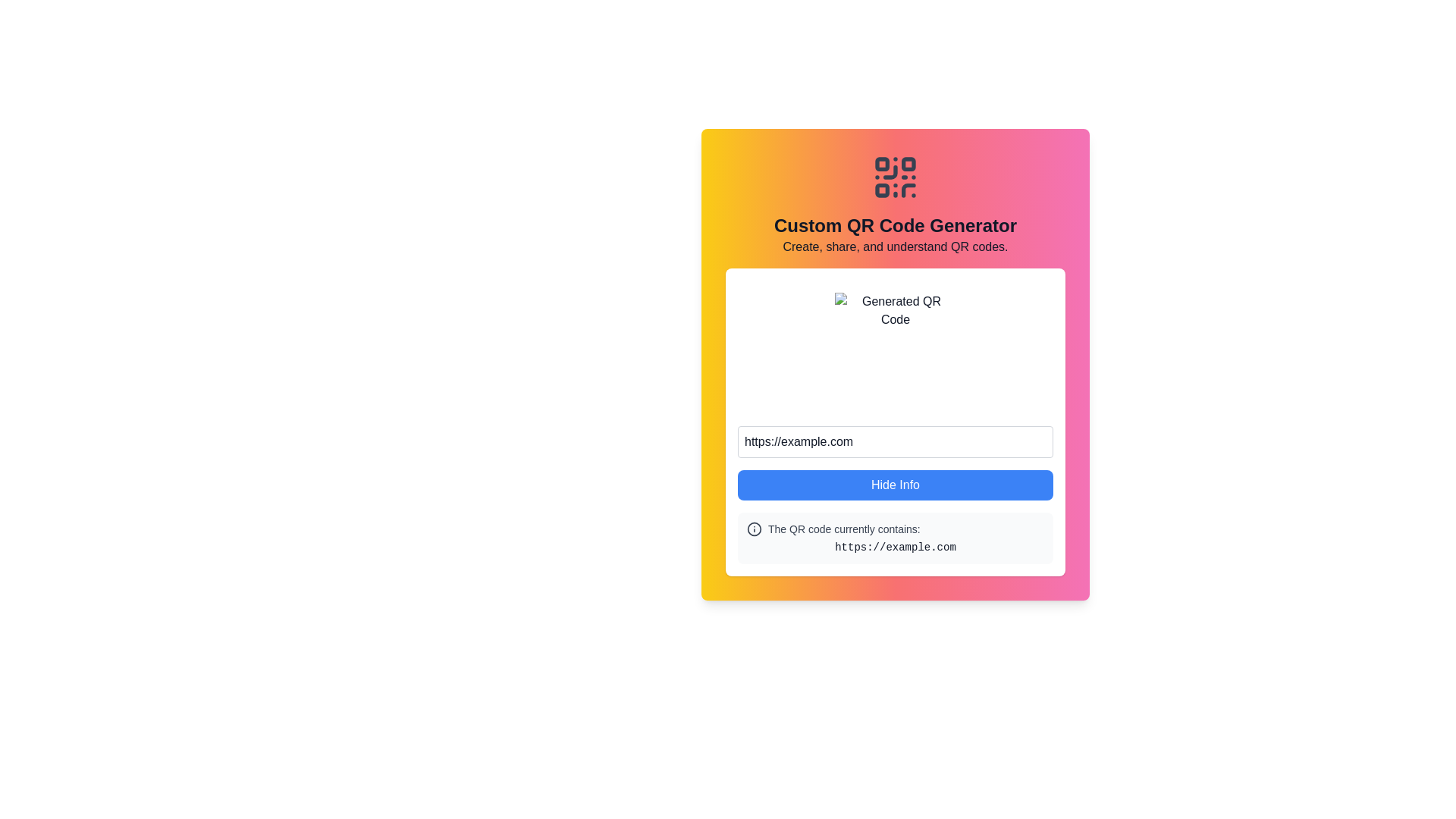 The height and width of the screenshot is (819, 1456). I want to click on the small, square-shaped decorative element located at the top-left corner of the QR code layout, so click(882, 164).